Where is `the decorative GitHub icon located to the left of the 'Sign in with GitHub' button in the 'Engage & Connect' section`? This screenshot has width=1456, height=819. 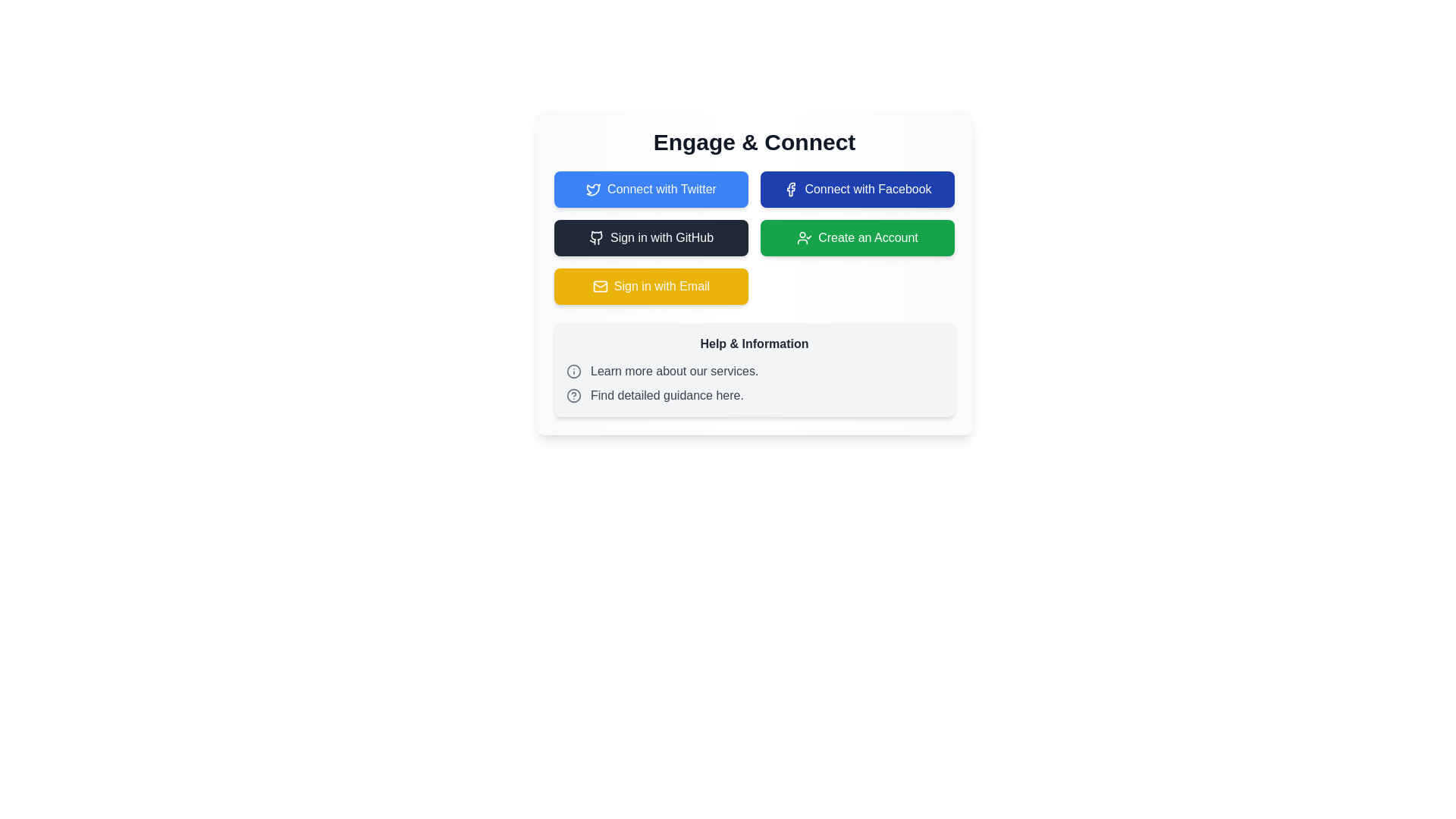 the decorative GitHub icon located to the left of the 'Sign in with GitHub' button in the 'Engage & Connect' section is located at coordinates (596, 237).